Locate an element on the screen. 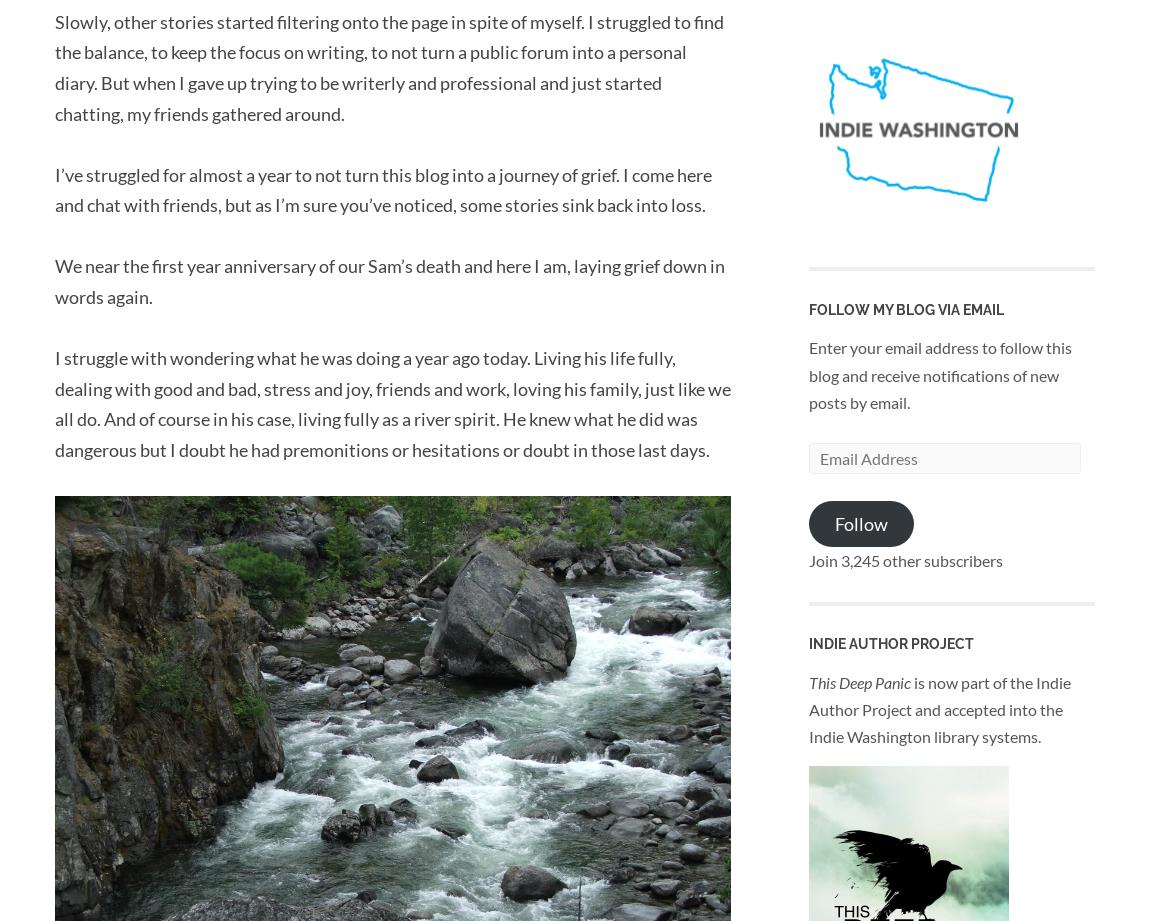 The image size is (1150, 921). 'Slowly, other stories started filtering onto the page in spite of myself. I struggled to find the balance, to keep the focus on writing, to not turn a public forum into a personal diary. But when I gave up trying to be writerly and professional and just started chatting, my friends gathered around.' is located at coordinates (389, 66).